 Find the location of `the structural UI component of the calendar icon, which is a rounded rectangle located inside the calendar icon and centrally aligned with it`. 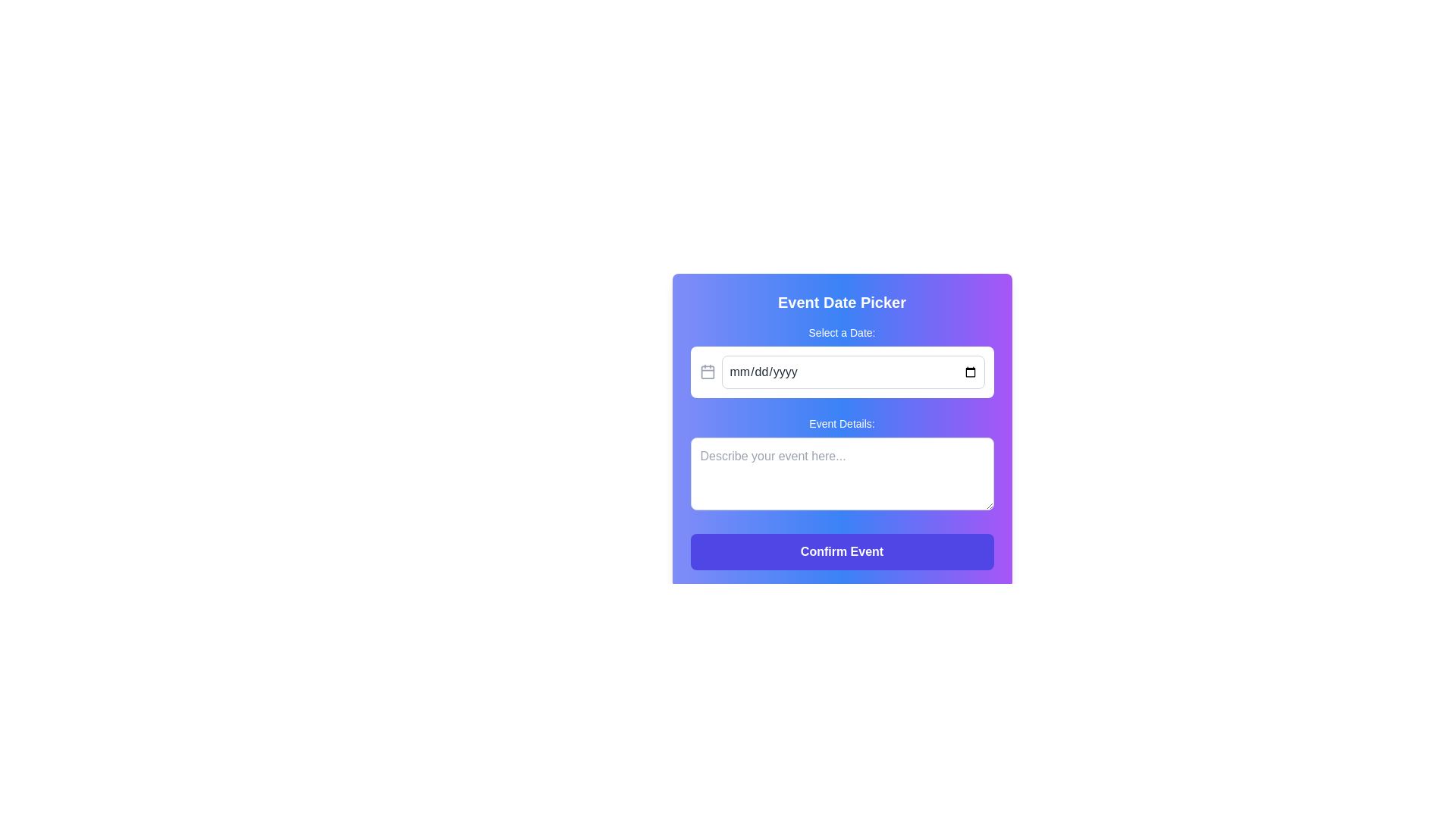

the structural UI component of the calendar icon, which is a rounded rectangle located inside the calendar icon and centrally aligned with it is located at coordinates (707, 372).